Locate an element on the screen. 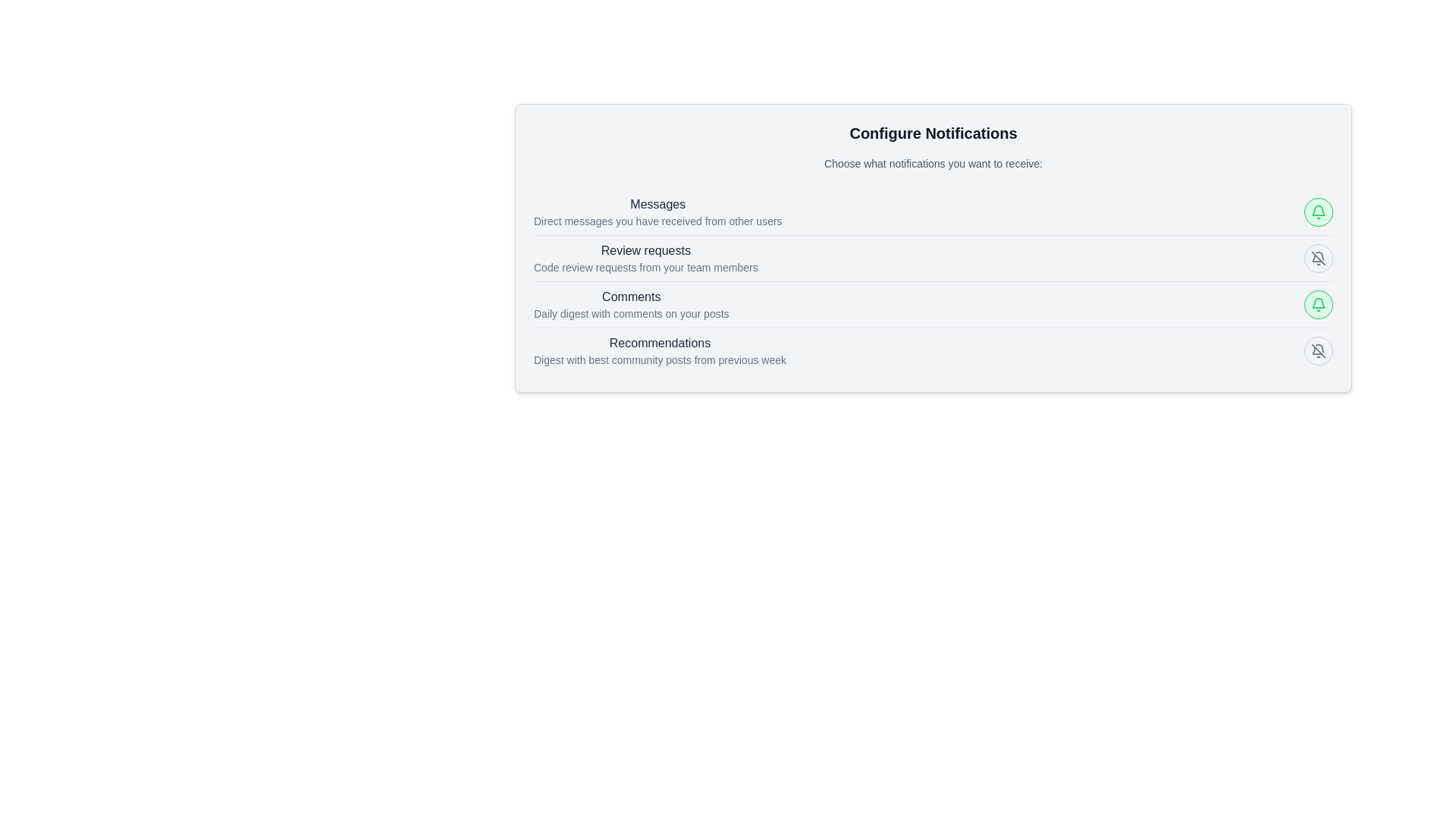  the subtitle text 'Digest with best community posts from previous week' located under the 'Recommendations' header in the Configure Notifications section is located at coordinates (660, 359).